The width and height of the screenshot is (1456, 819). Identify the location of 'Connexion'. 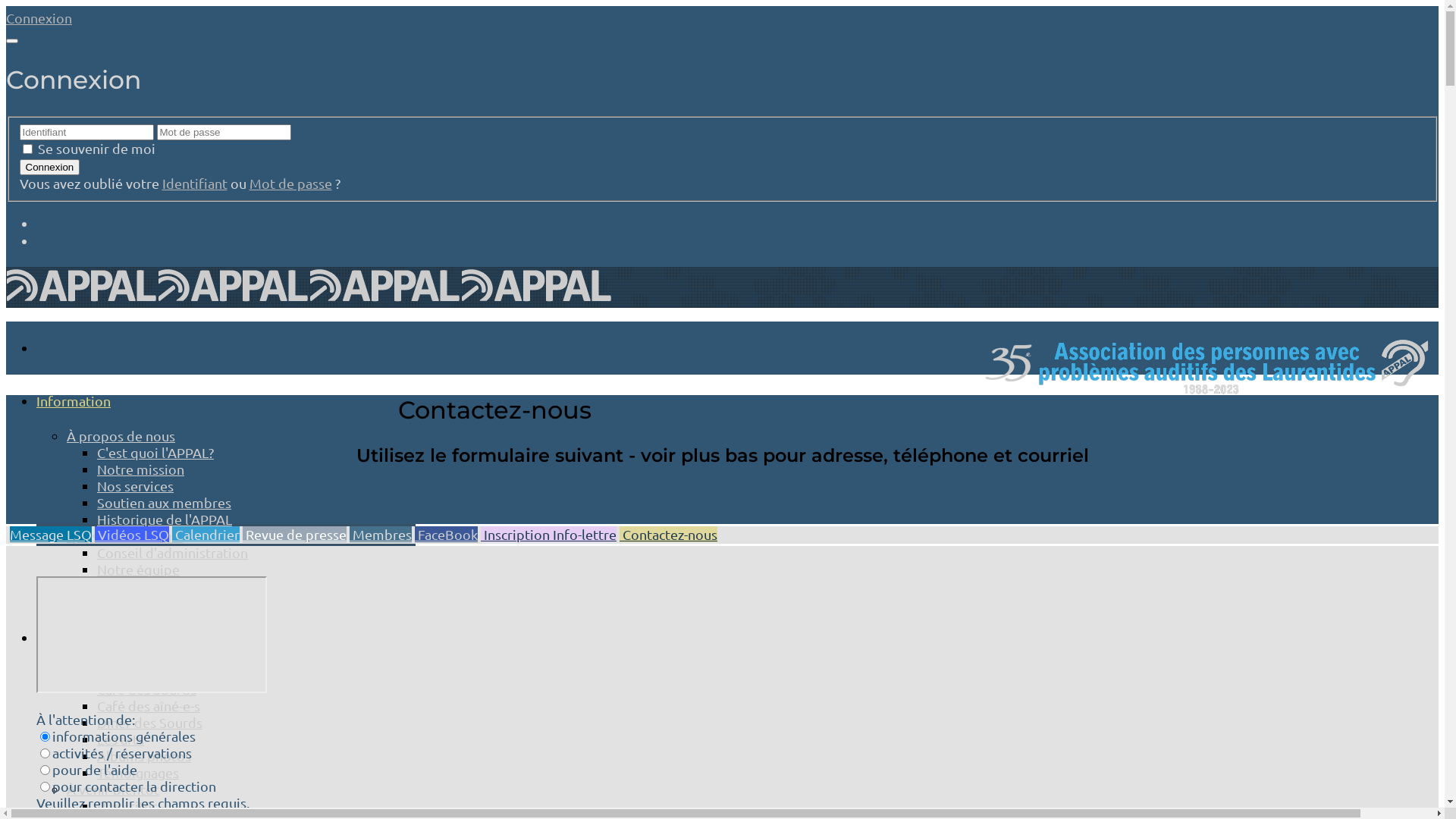
(39, 17).